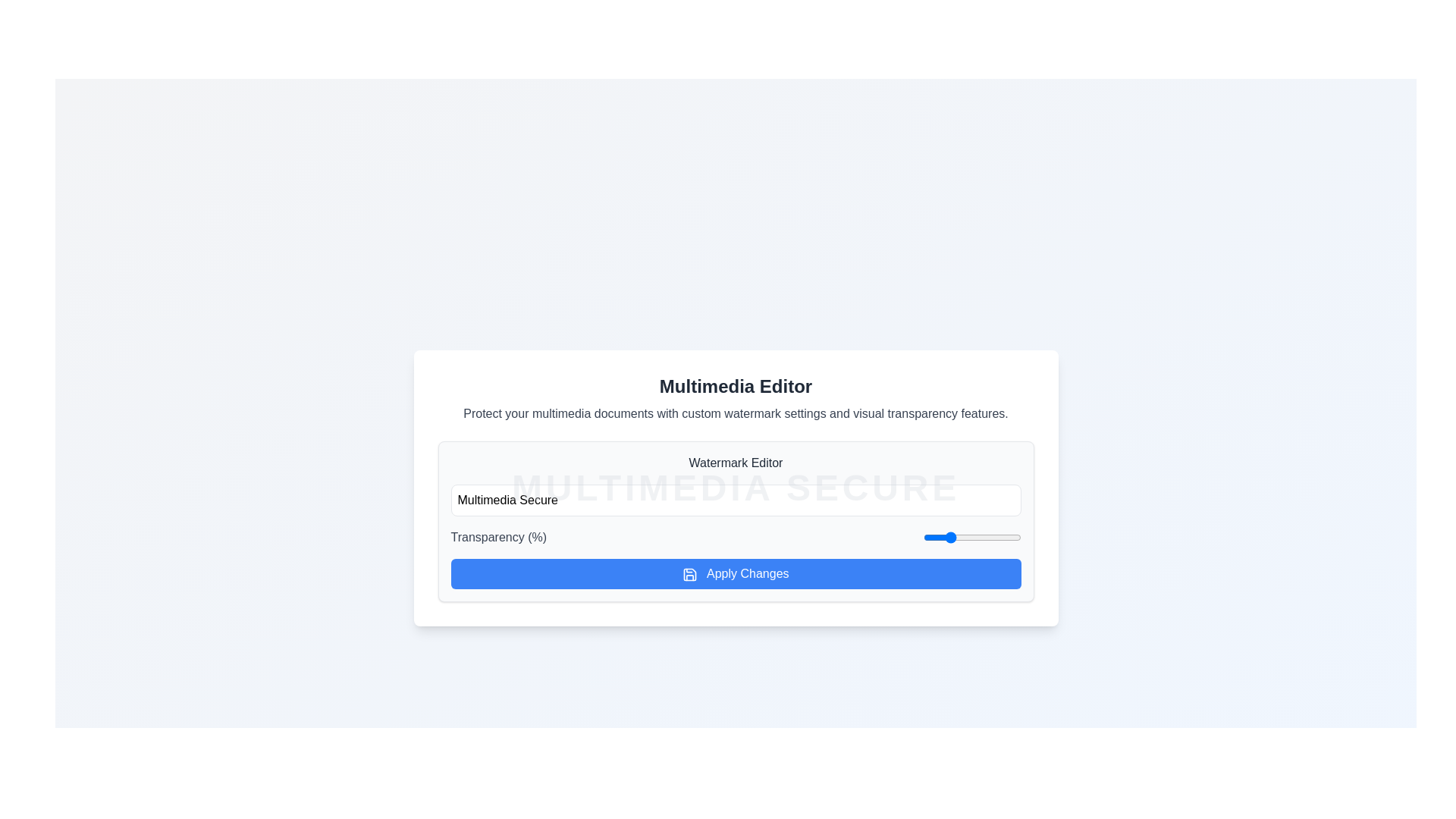 Image resolution: width=1456 pixels, height=819 pixels. I want to click on transparency, so click(975, 537).